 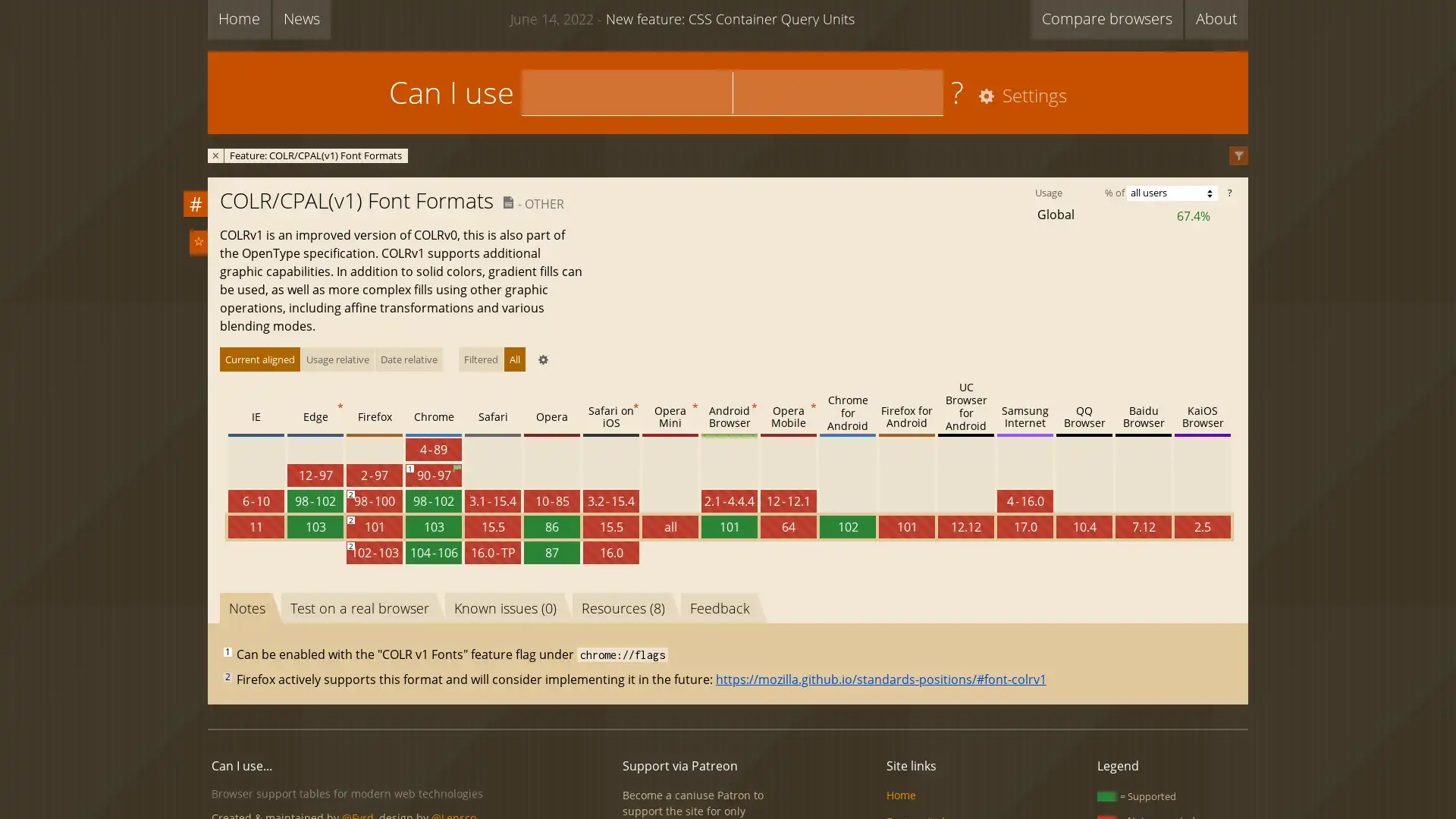 I want to click on Filtered, so click(x=480, y=359).